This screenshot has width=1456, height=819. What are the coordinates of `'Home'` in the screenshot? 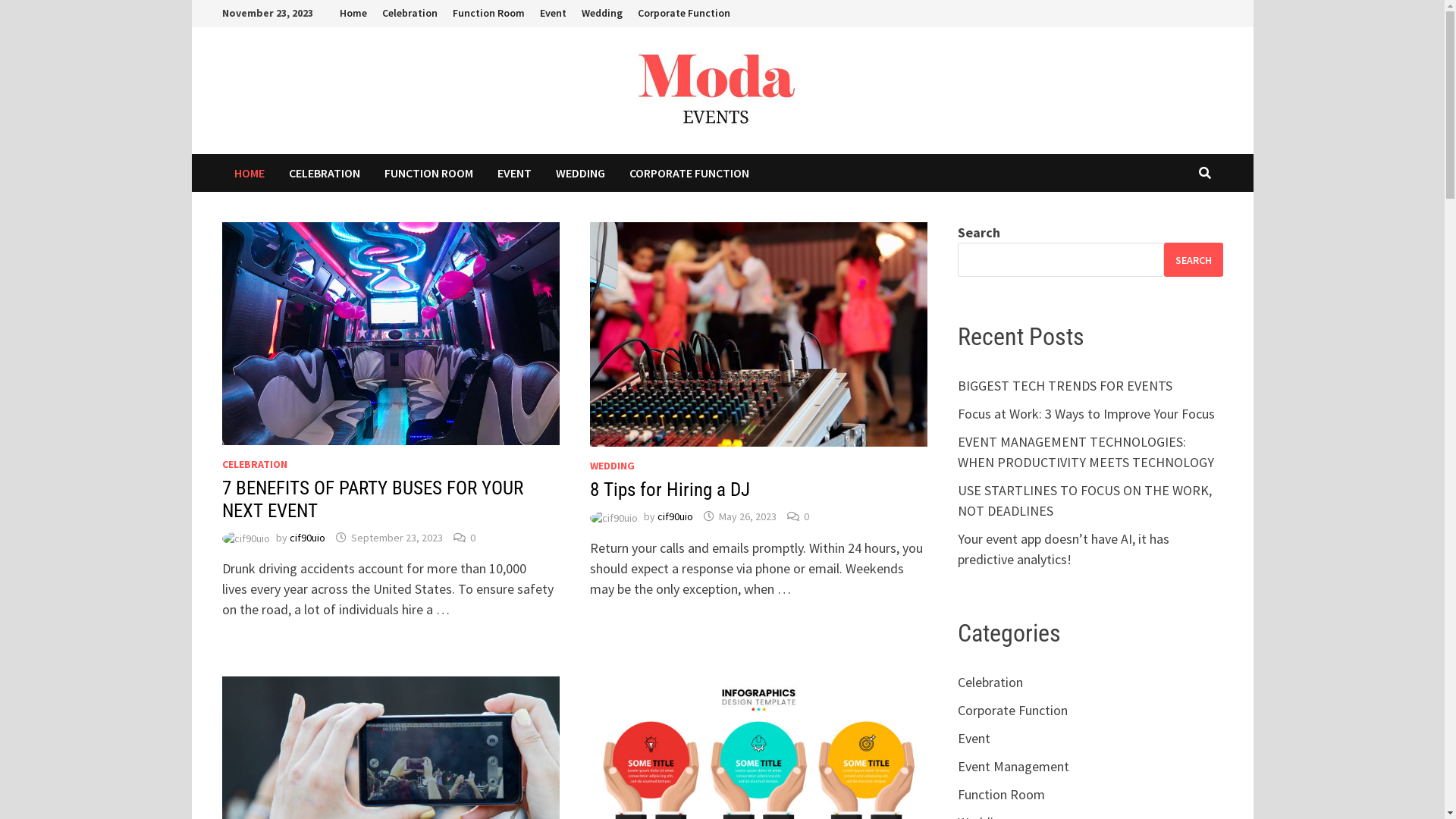 It's located at (331, 13).